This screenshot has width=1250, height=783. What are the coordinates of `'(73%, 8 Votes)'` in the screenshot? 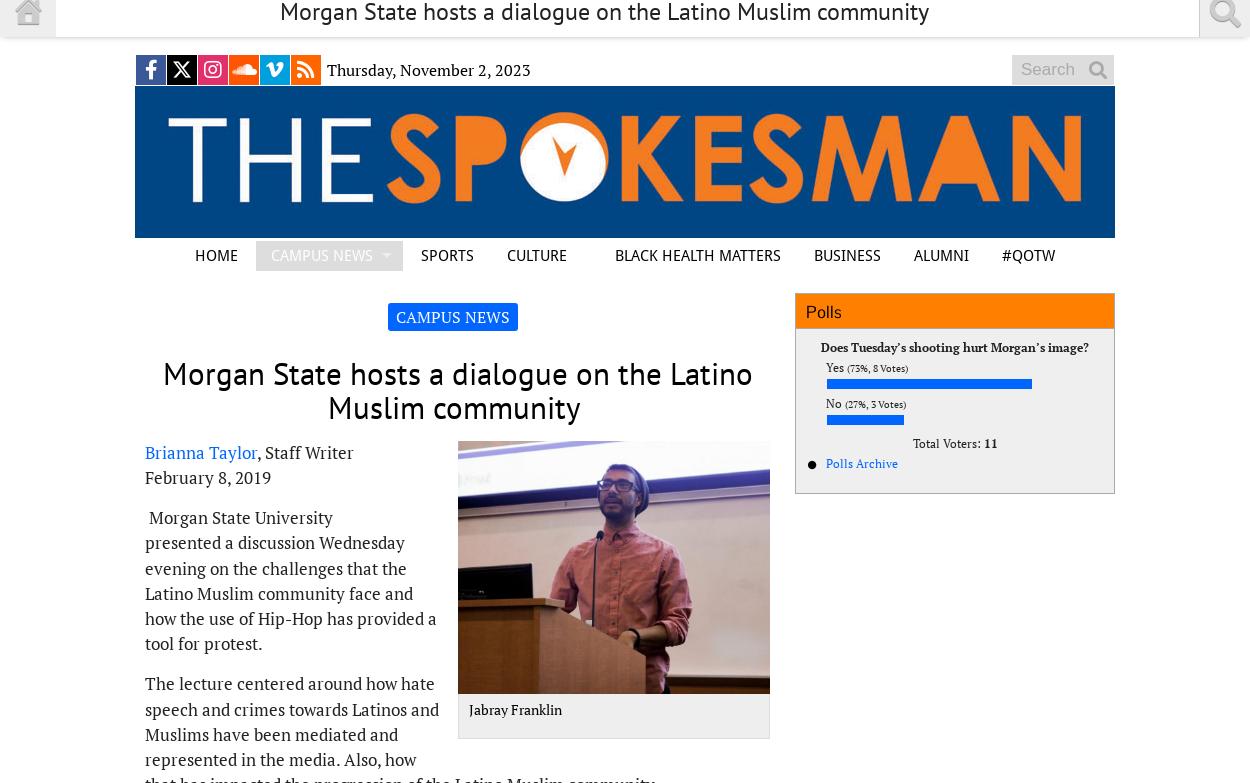 It's located at (877, 368).